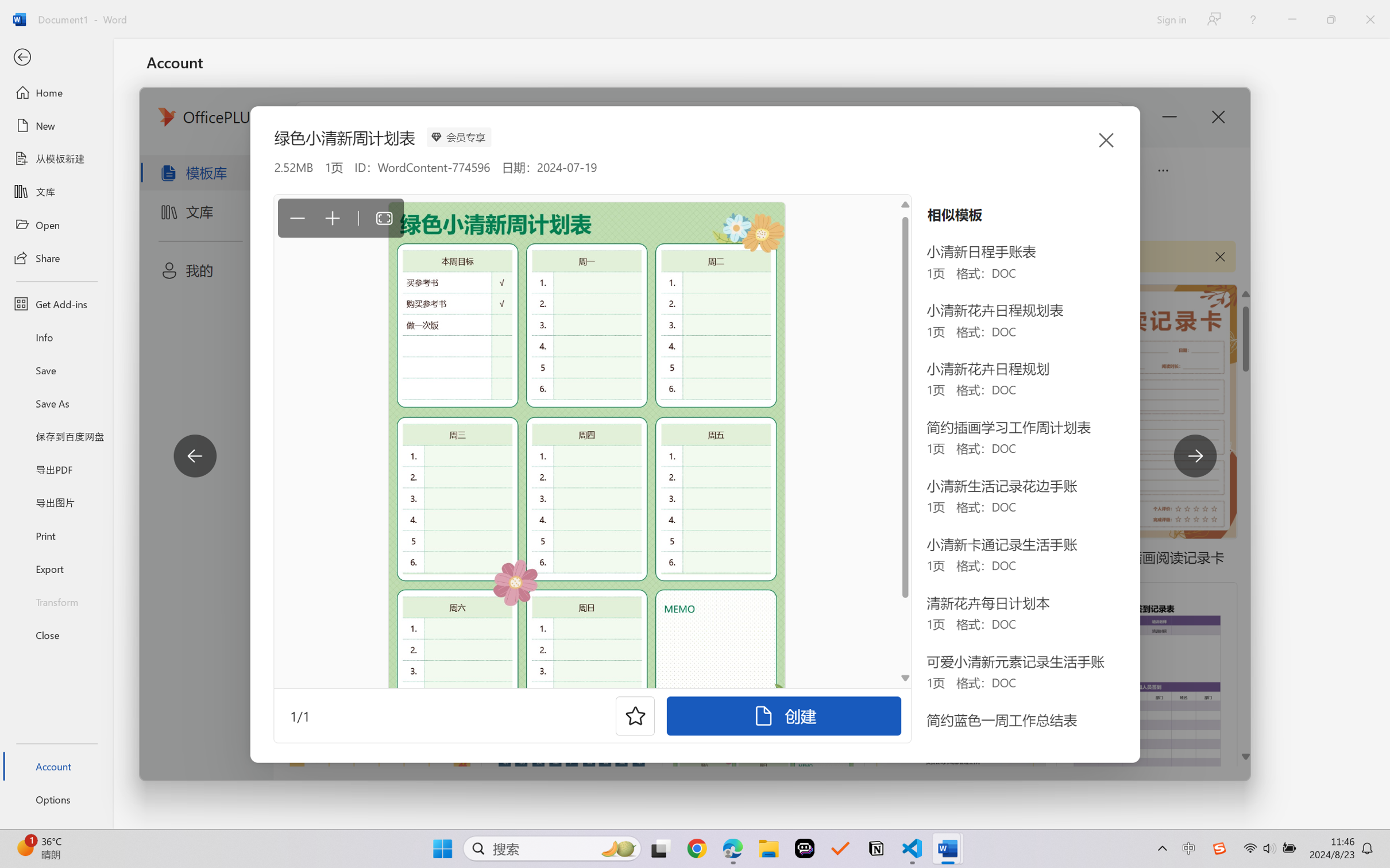 This screenshot has width=1390, height=868. I want to click on 'Options', so click(56, 799).